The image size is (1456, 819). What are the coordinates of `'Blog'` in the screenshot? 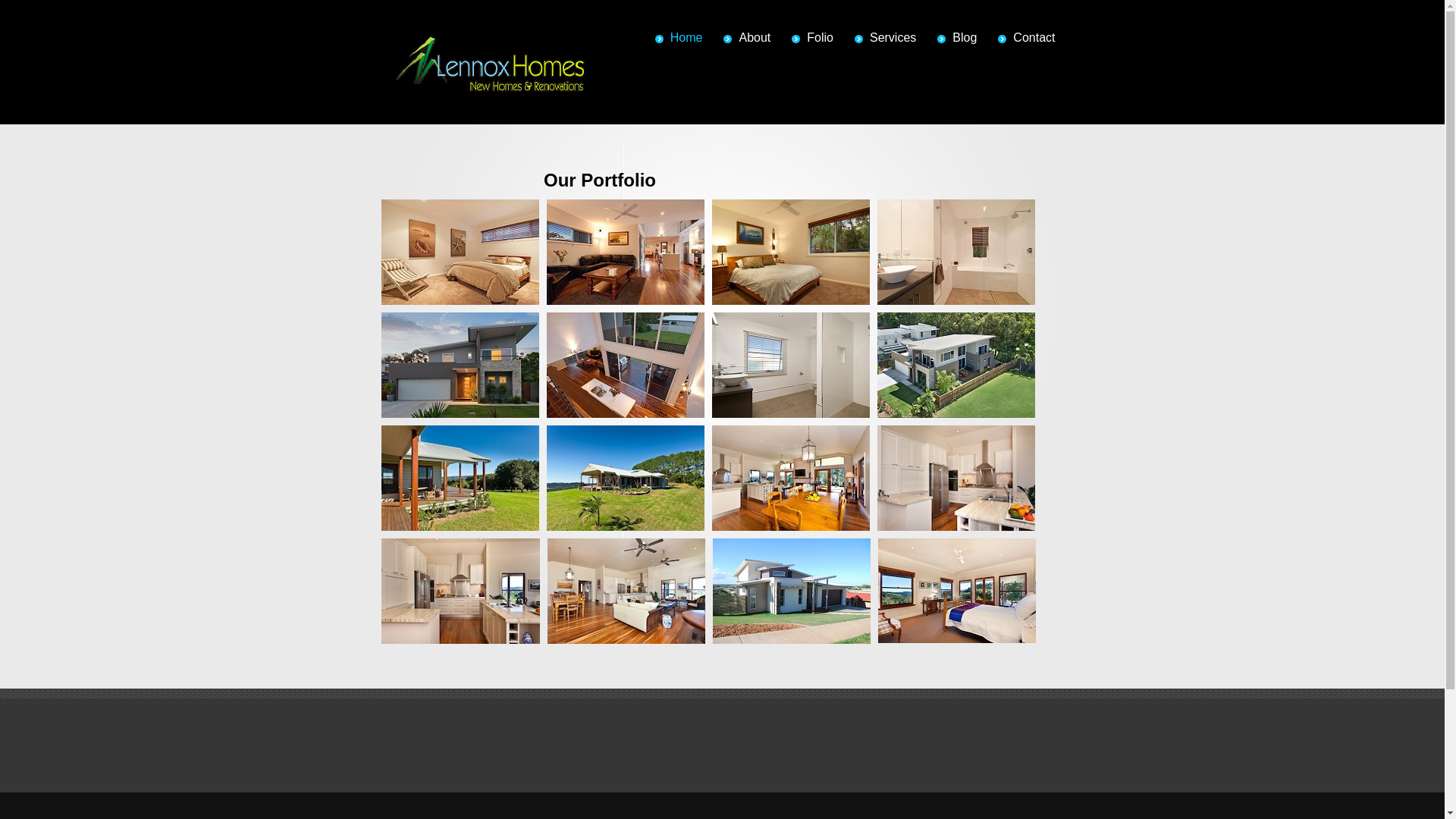 It's located at (956, 37).